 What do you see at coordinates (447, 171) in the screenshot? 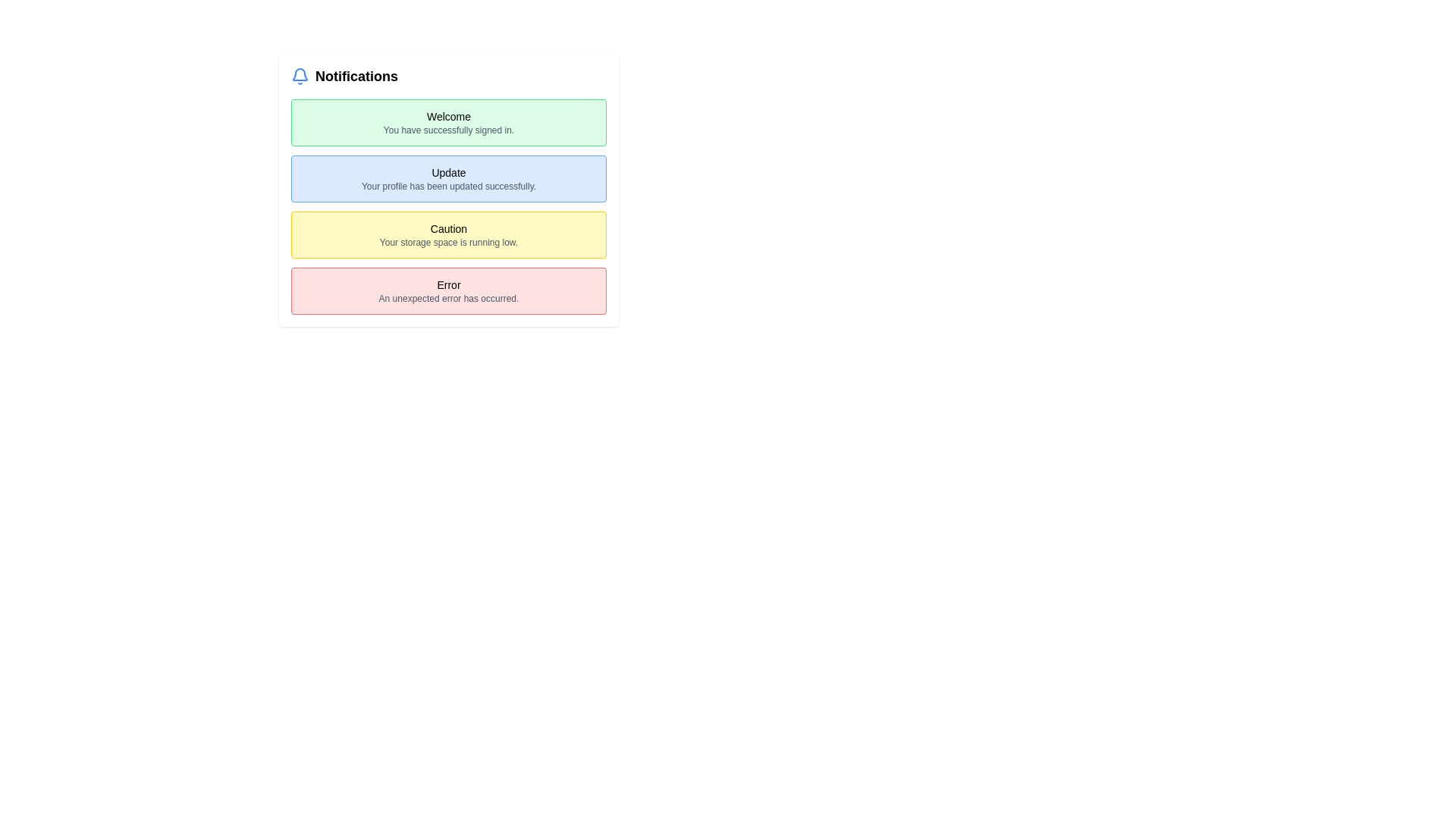
I see `the text label that serves as the title for the notification, which precedes the message 'Your profile has been updated successfully.'` at bounding box center [447, 171].